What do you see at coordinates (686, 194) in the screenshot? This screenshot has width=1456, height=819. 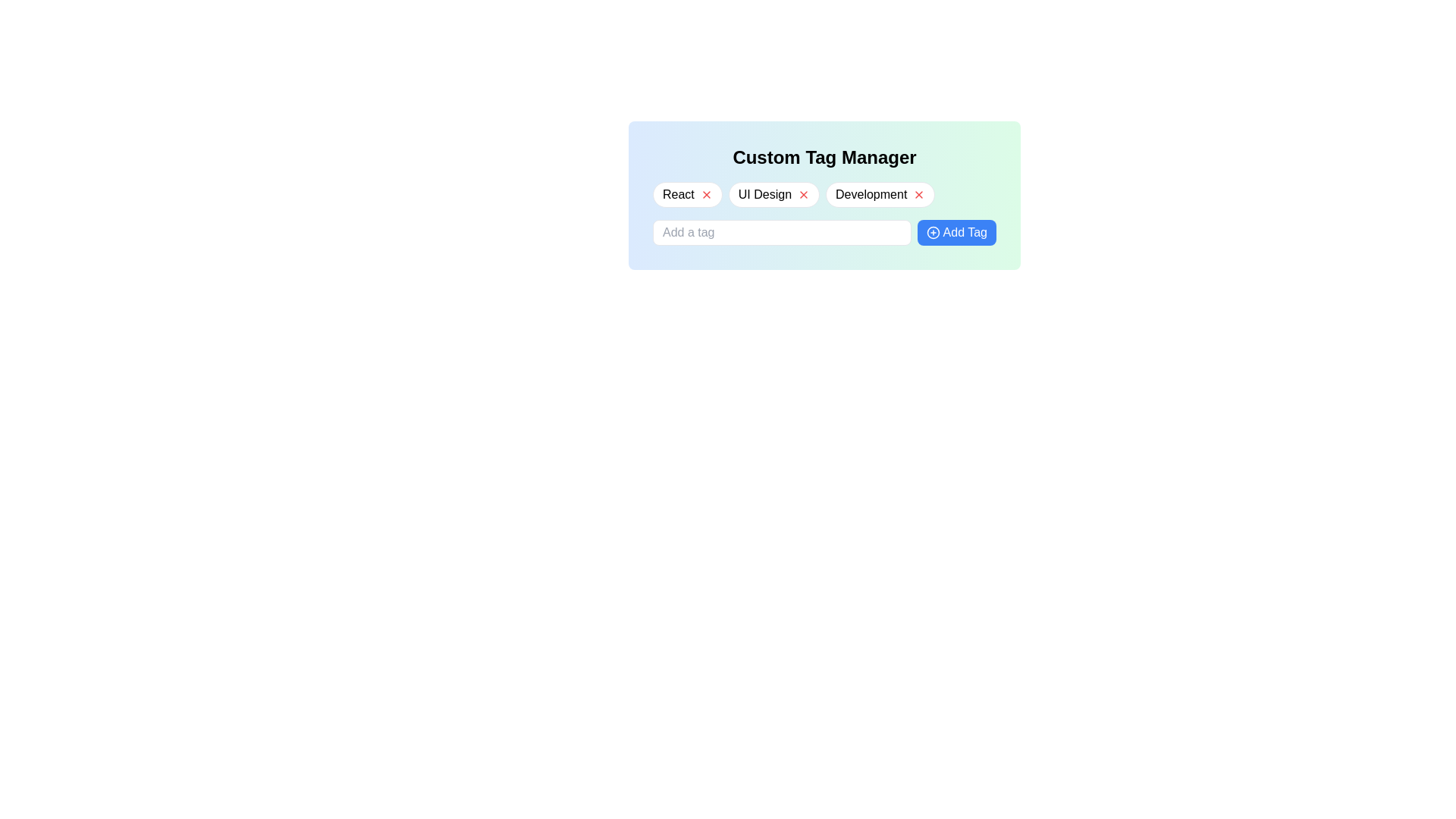 I see `the leftmost tag labeled 'React' in the 'Custom Tag Manager' section` at bounding box center [686, 194].